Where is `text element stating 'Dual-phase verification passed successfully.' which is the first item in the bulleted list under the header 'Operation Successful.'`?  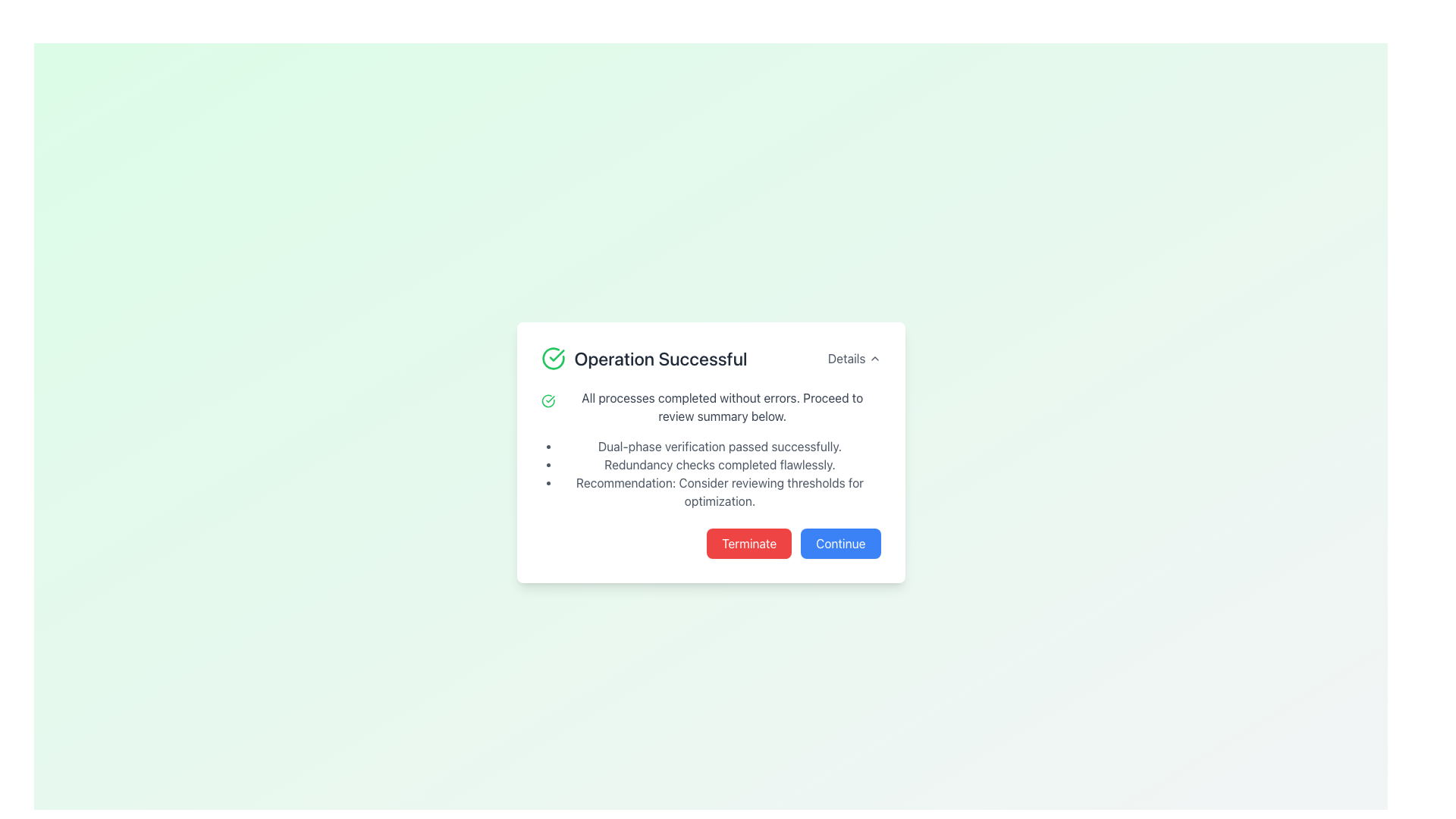 text element stating 'Dual-phase verification passed successfully.' which is the first item in the bulleted list under the header 'Operation Successful.' is located at coordinates (719, 446).